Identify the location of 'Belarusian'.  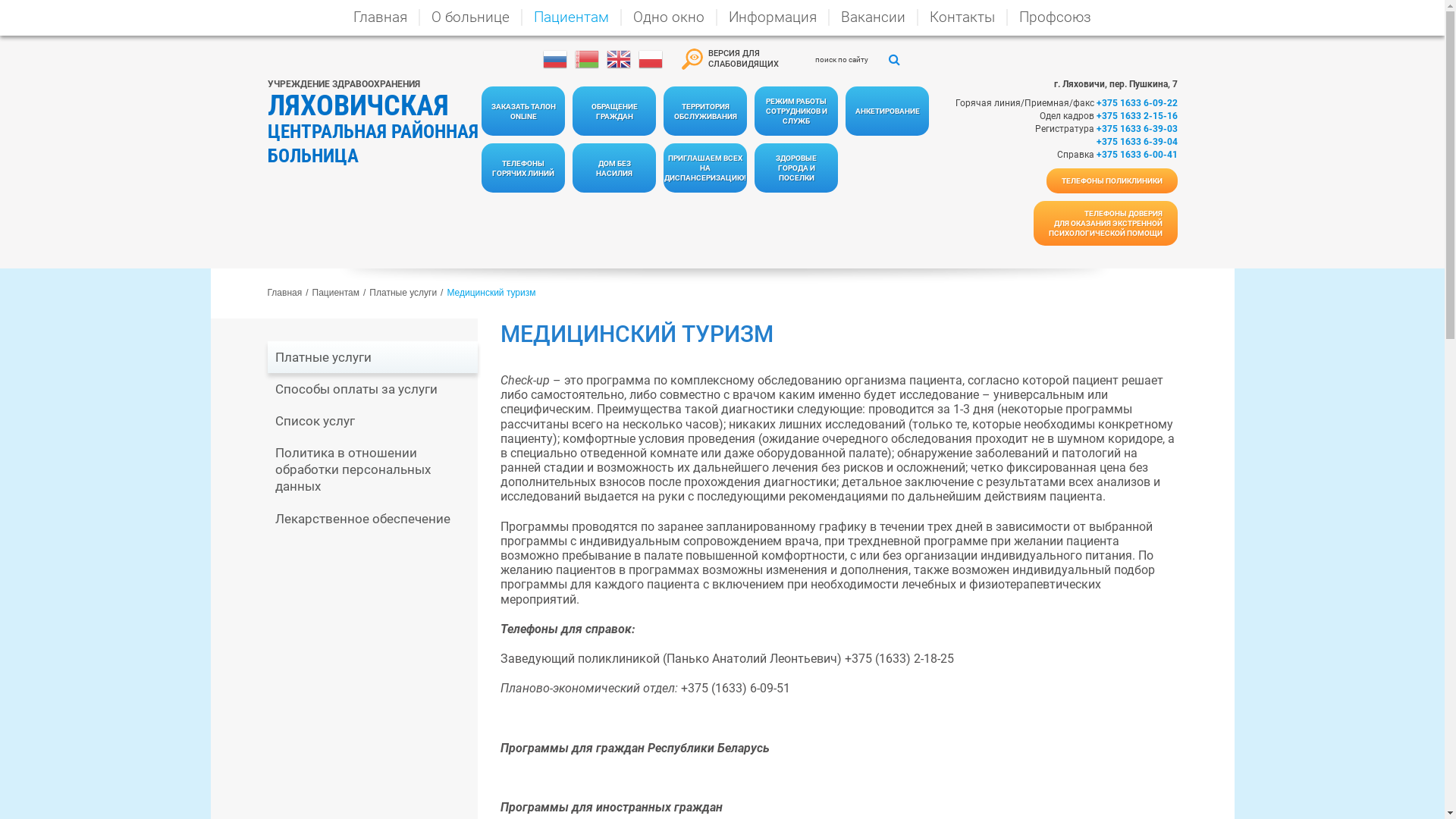
(585, 58).